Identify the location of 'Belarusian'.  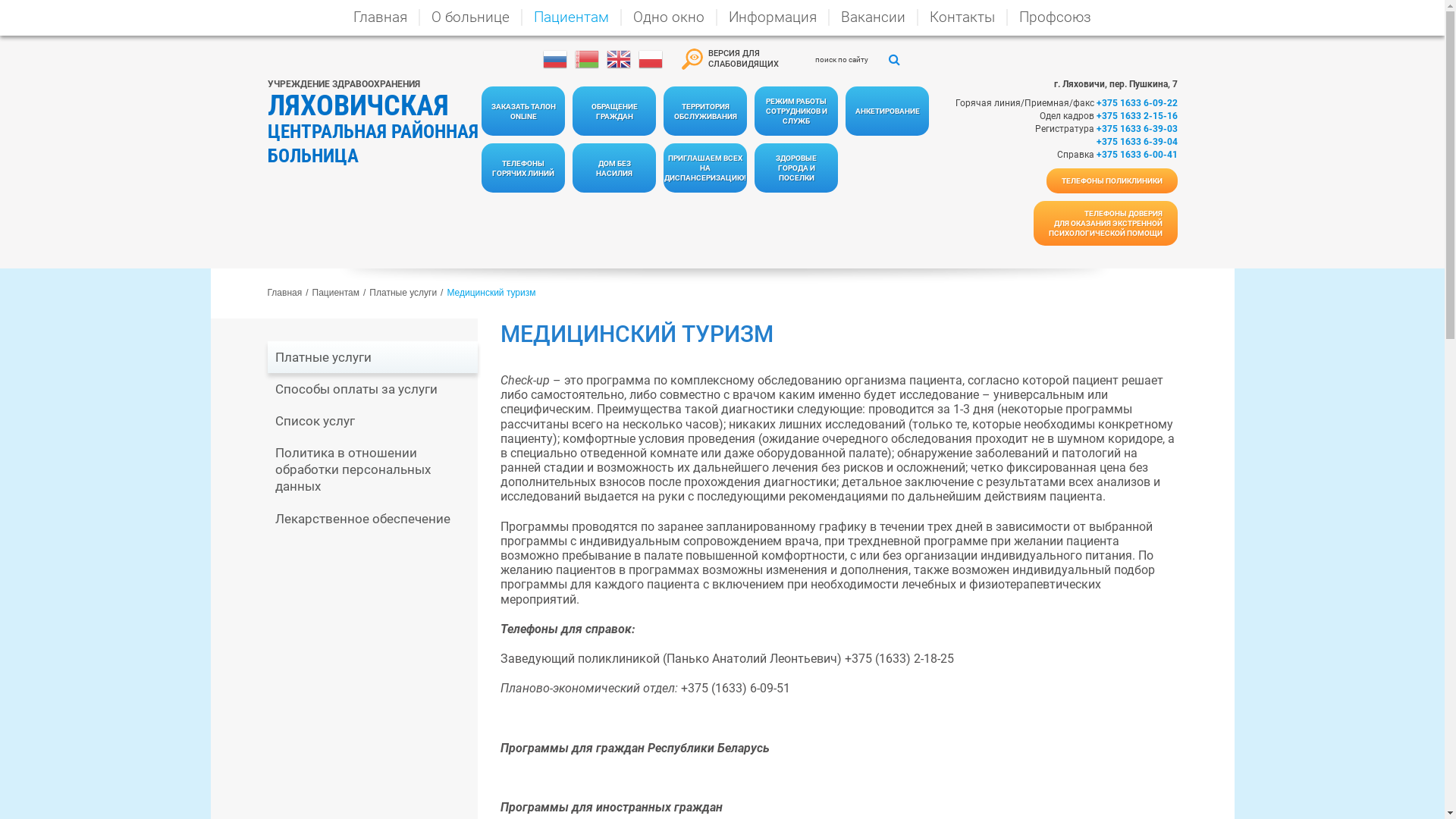
(585, 58).